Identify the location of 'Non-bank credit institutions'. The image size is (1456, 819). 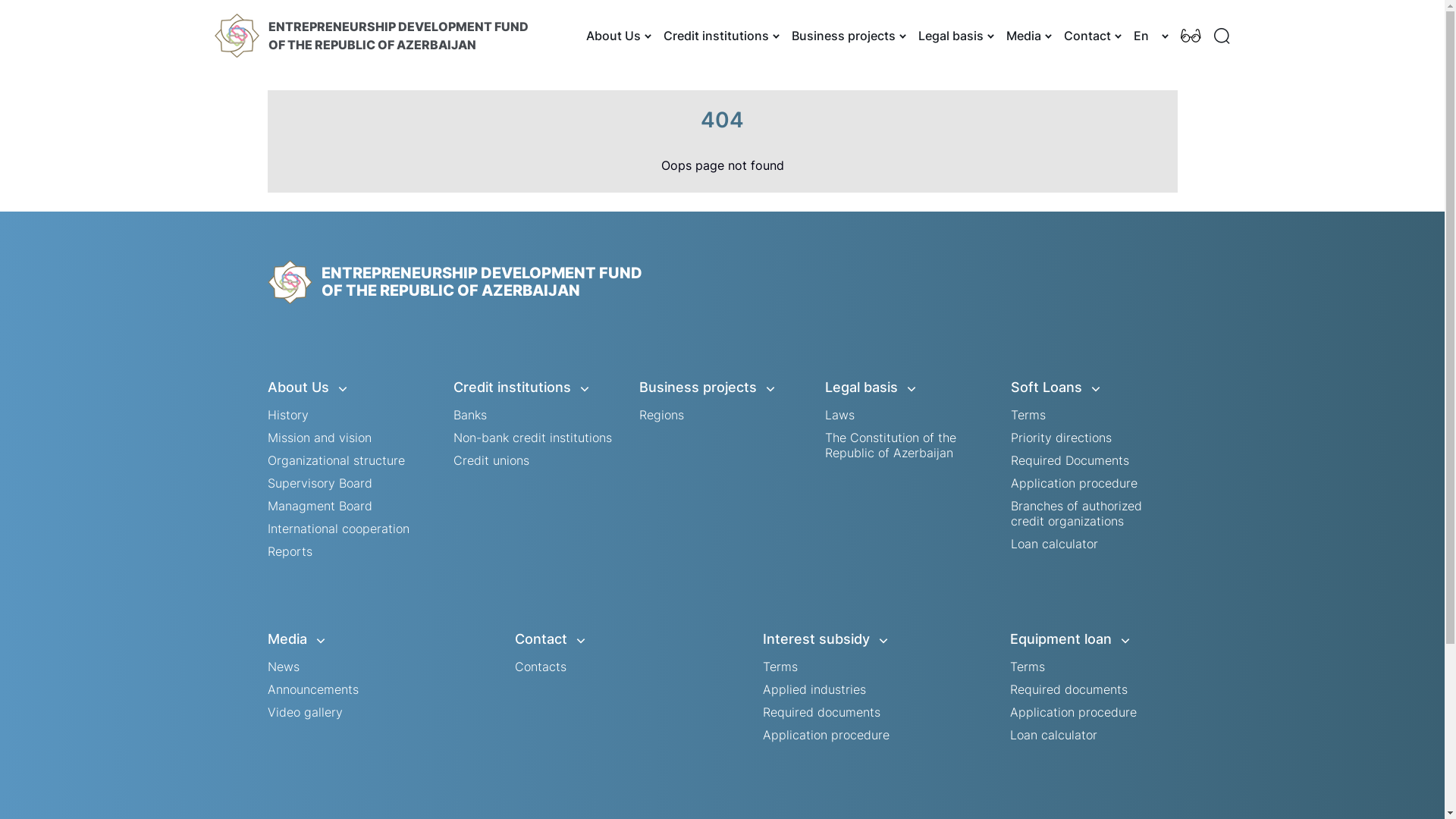
(532, 438).